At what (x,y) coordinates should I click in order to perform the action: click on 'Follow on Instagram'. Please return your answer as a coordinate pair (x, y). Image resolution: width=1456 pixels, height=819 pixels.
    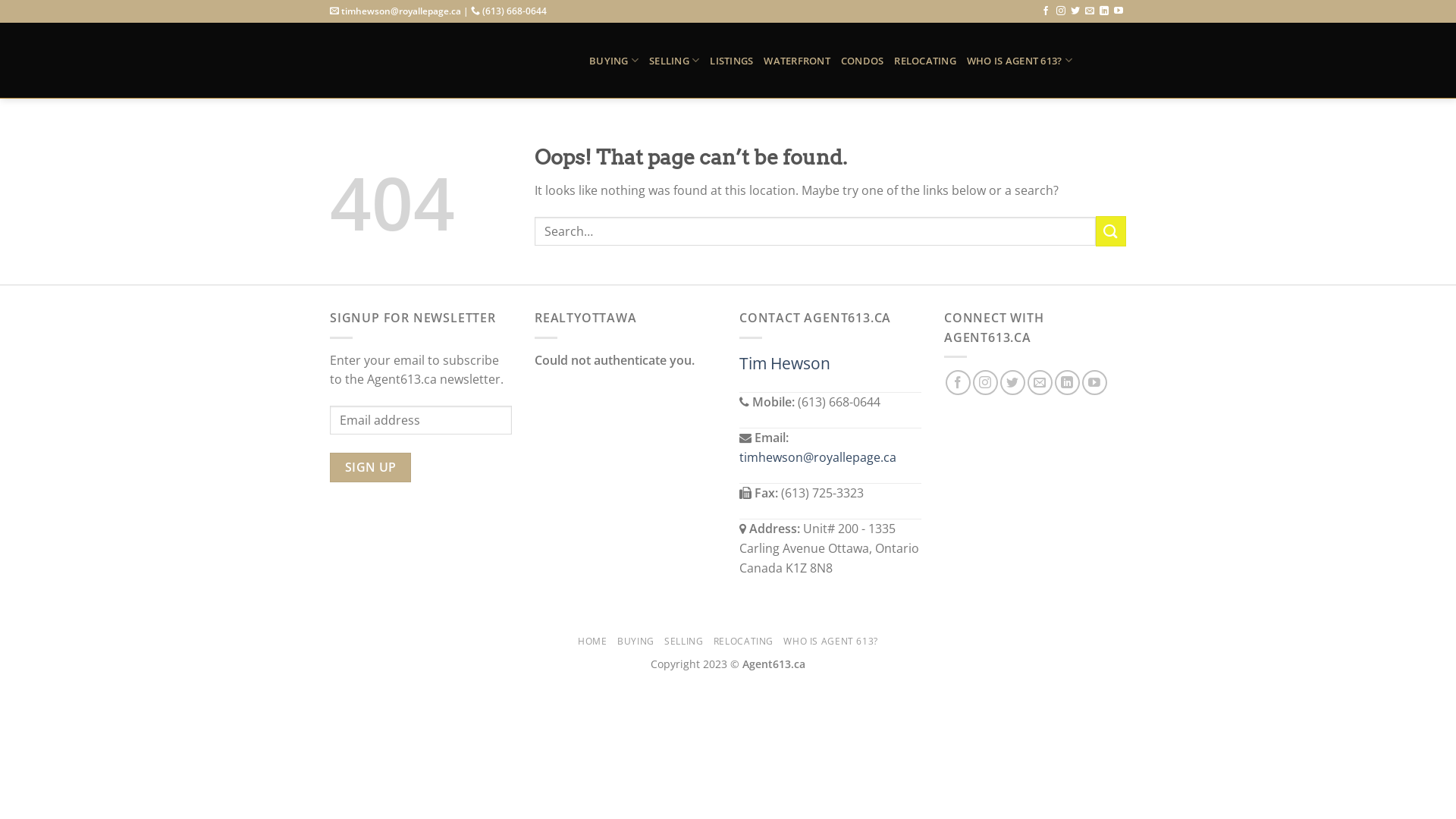
    Looking at the image, I should click on (1059, 11).